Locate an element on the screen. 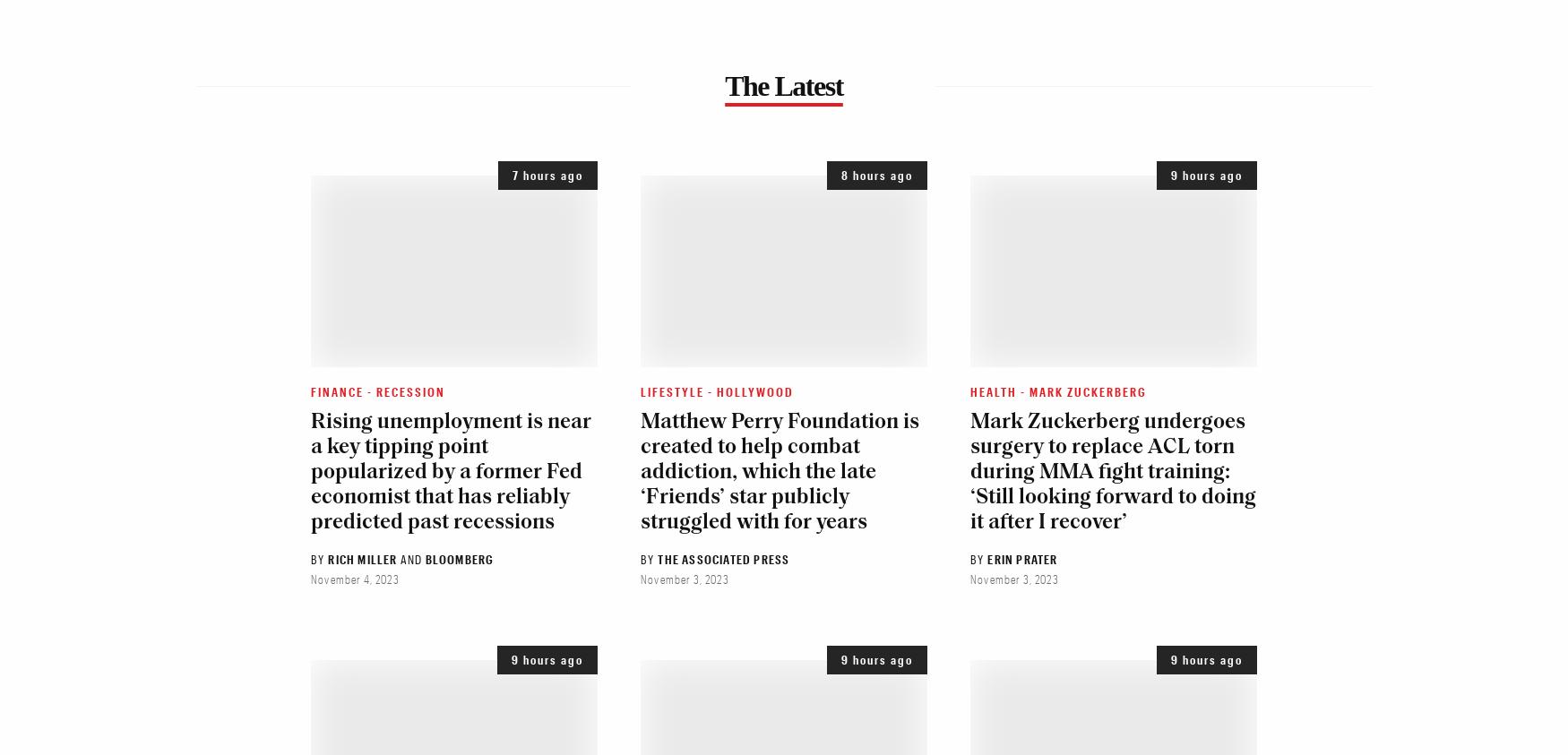 The height and width of the screenshot is (755, 1568). 'recession' is located at coordinates (375, 390).